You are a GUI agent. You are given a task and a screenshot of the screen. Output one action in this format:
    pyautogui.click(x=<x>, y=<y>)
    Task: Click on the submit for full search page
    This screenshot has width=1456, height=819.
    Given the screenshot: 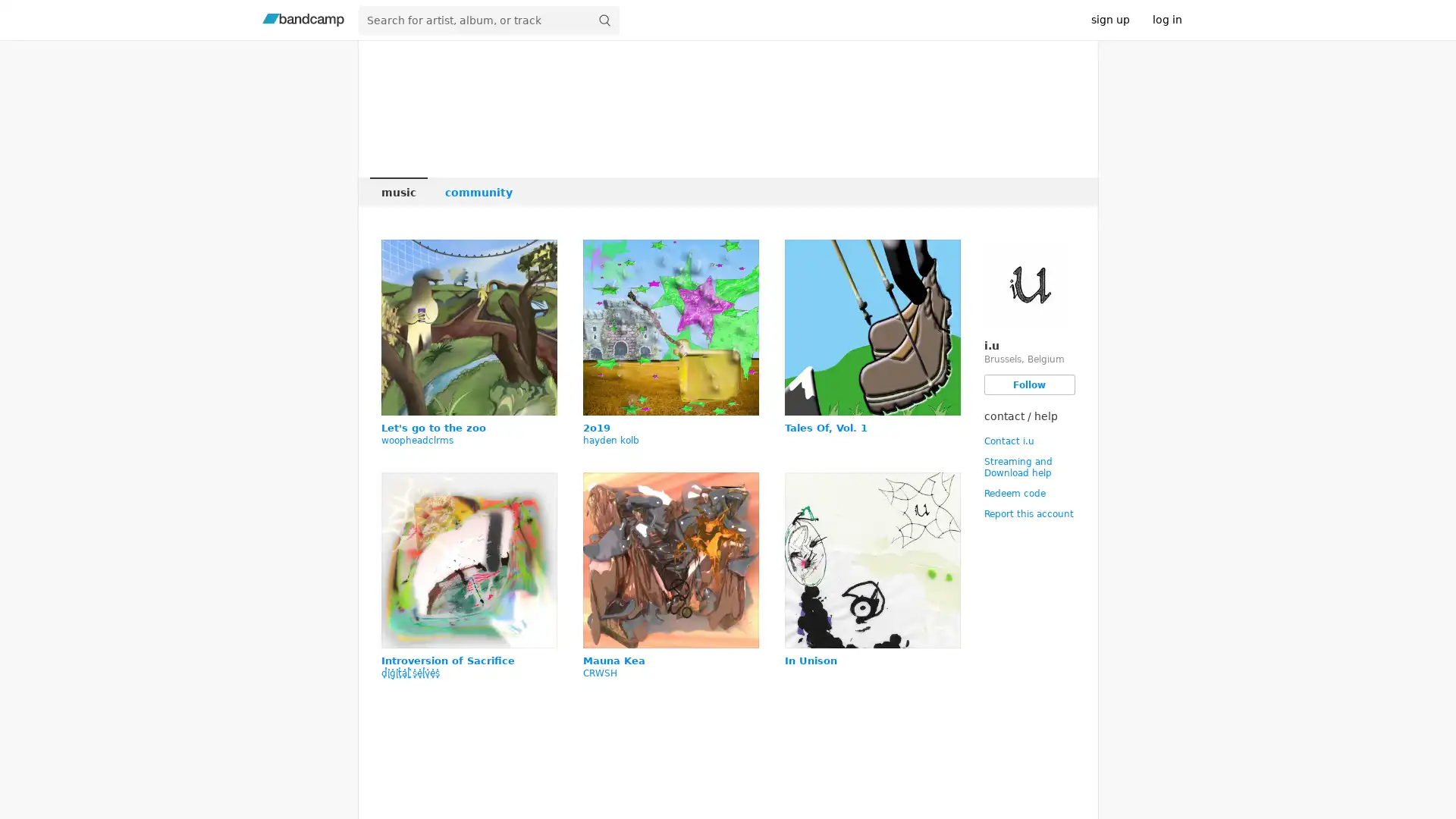 What is the action you would take?
    pyautogui.click(x=603, y=20)
    